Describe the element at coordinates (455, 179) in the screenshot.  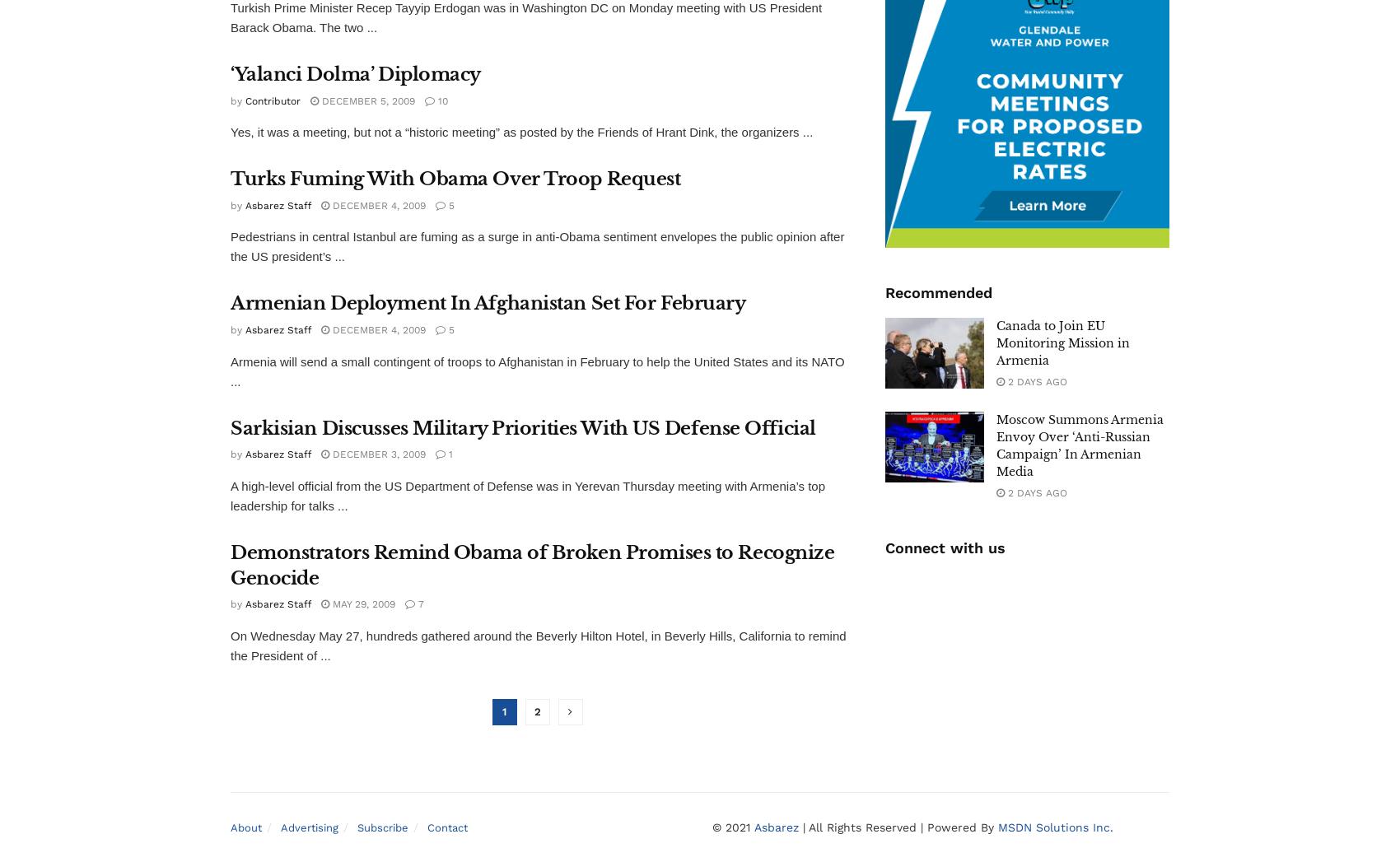
I see `'Turks Fuming With Obama Over Troop Request'` at that location.